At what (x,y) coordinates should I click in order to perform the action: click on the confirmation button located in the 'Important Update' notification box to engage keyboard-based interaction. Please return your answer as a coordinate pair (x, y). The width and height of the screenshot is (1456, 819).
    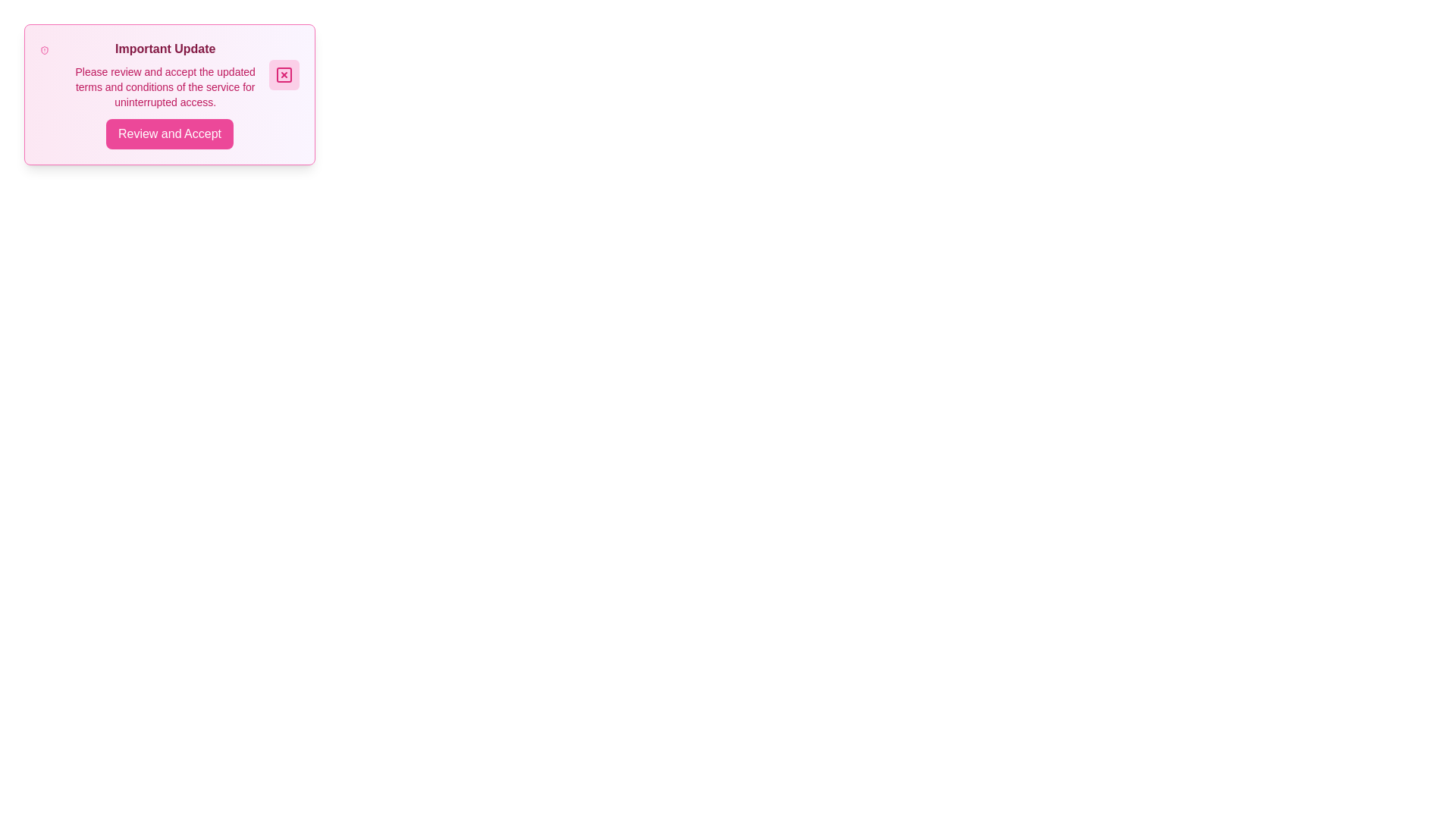
    Looking at the image, I should click on (170, 133).